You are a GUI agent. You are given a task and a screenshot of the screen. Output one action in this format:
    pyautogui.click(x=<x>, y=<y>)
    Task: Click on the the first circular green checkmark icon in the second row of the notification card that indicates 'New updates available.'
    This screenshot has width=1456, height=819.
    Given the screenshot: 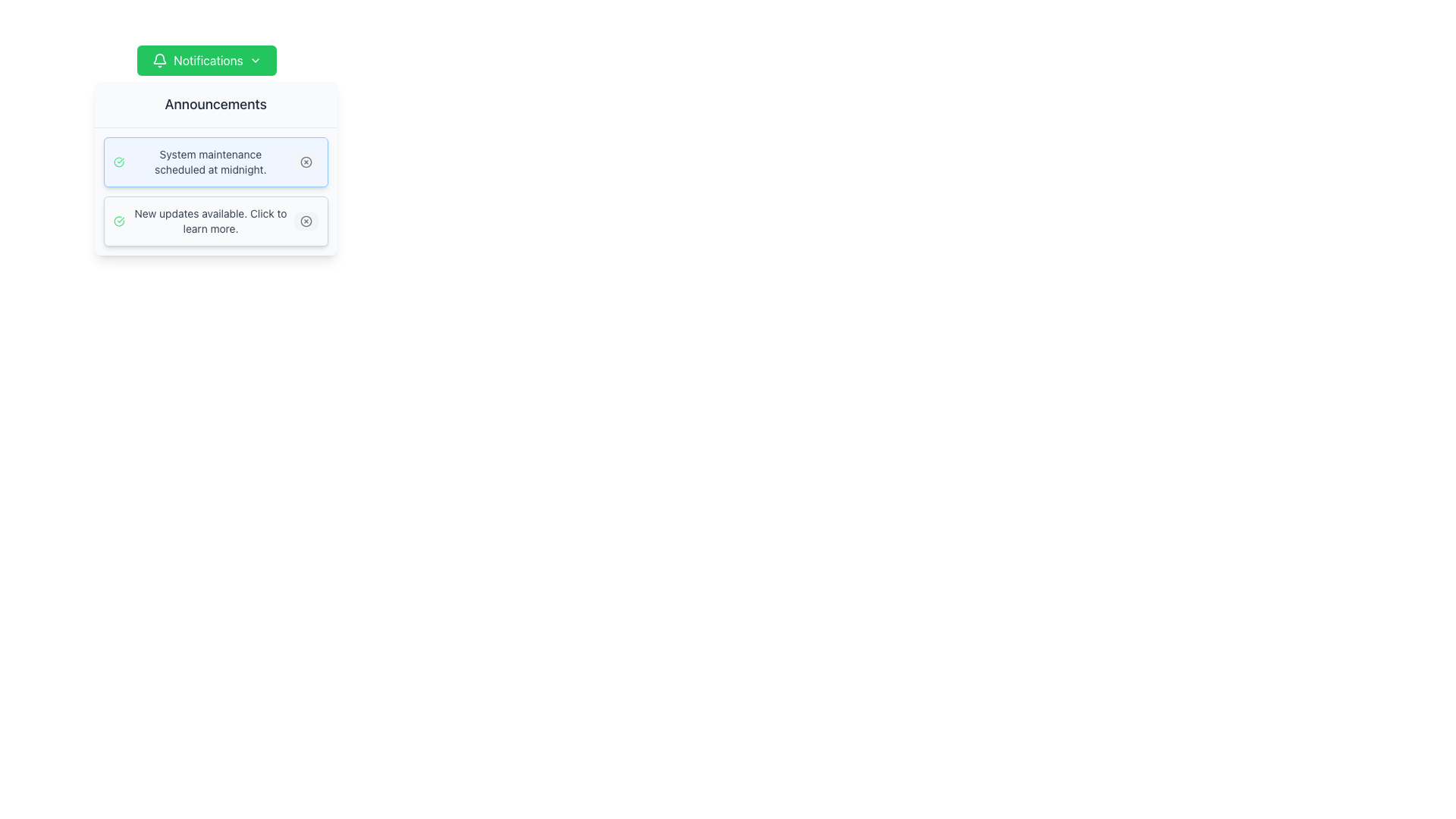 What is the action you would take?
    pyautogui.click(x=118, y=221)
    